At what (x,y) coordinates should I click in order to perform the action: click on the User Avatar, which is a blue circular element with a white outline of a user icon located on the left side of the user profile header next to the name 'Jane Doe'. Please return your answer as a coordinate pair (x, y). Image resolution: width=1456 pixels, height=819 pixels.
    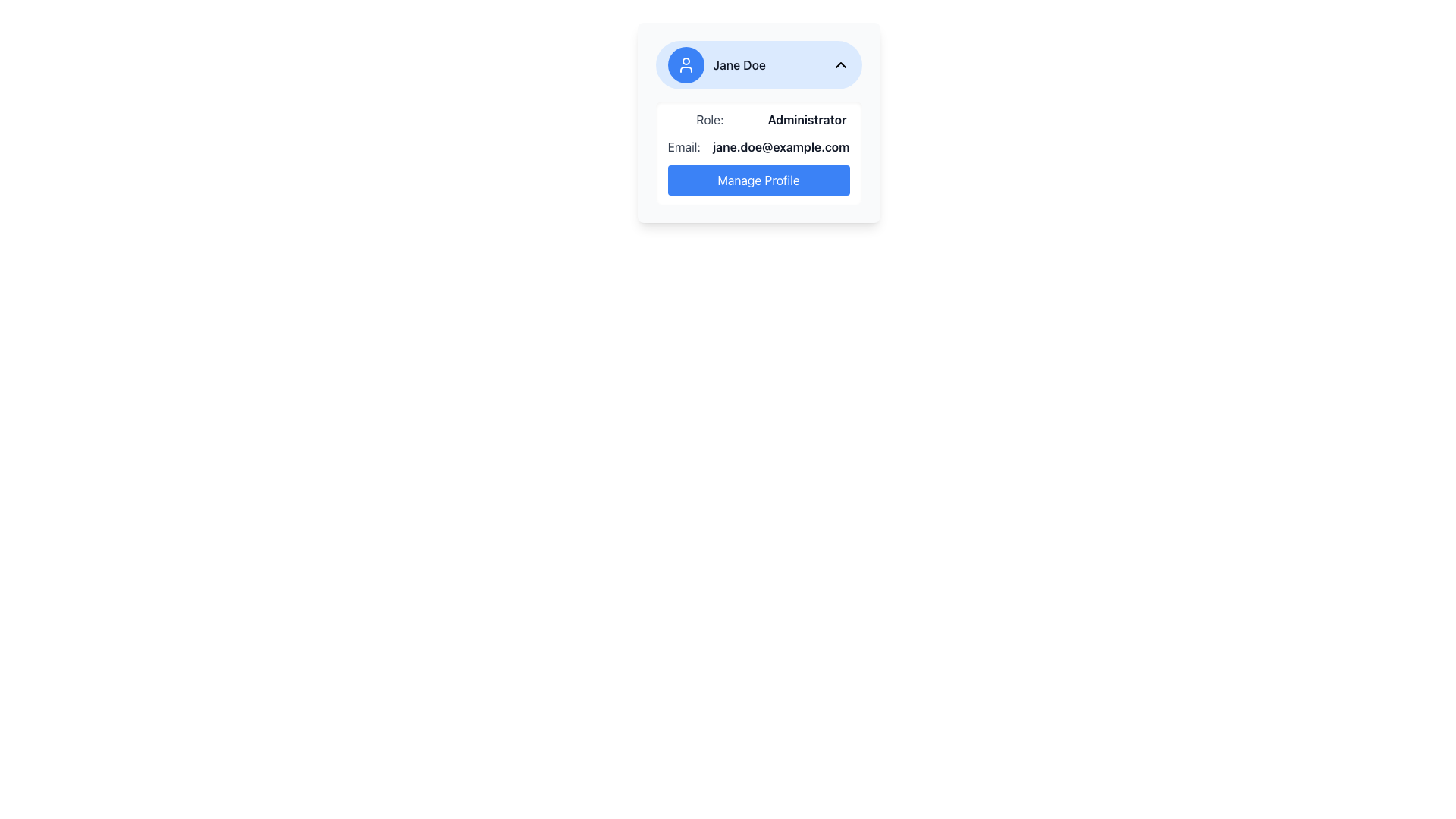
    Looking at the image, I should click on (685, 64).